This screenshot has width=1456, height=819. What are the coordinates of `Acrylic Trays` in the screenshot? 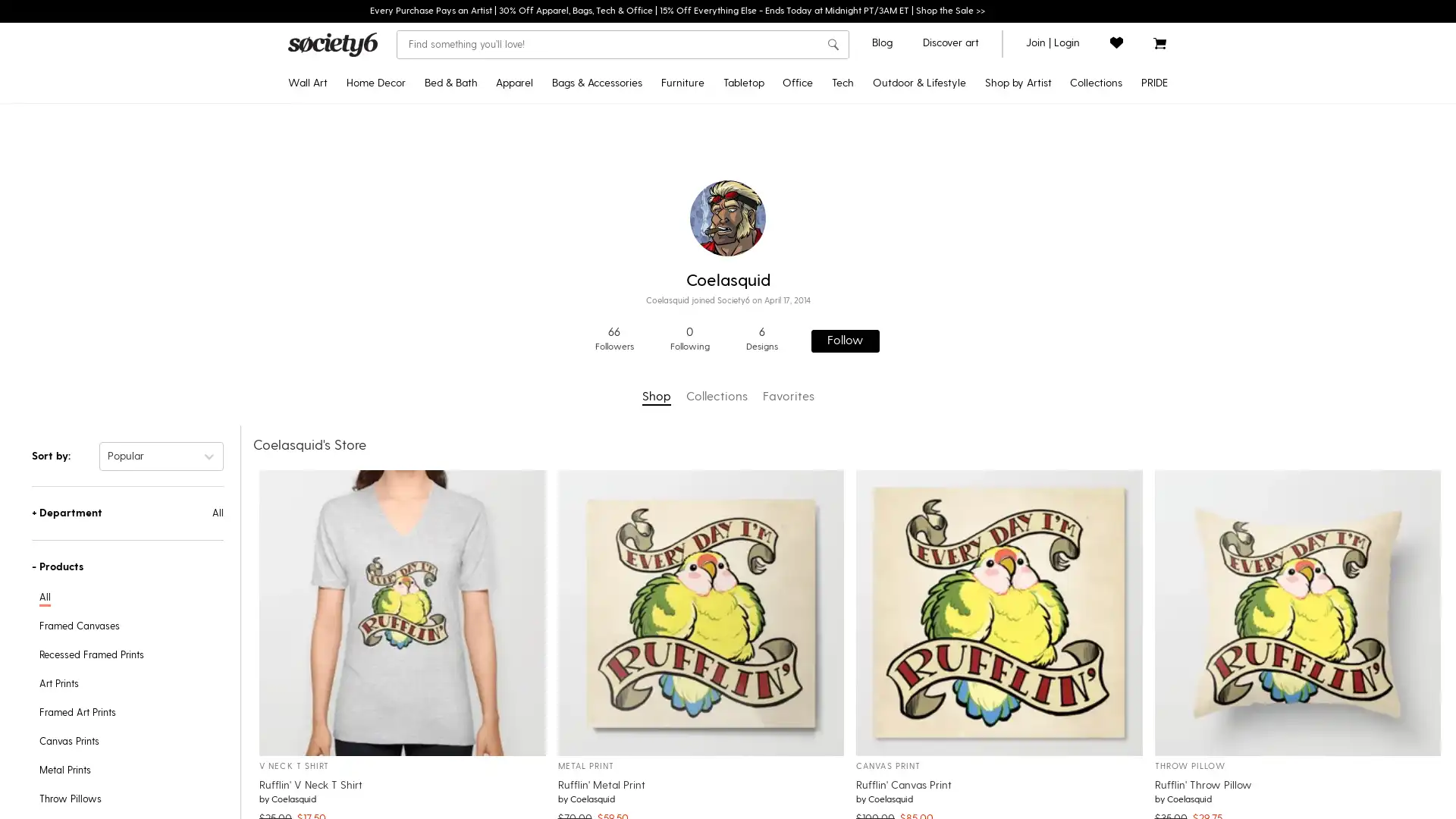 It's located at (835, 219).